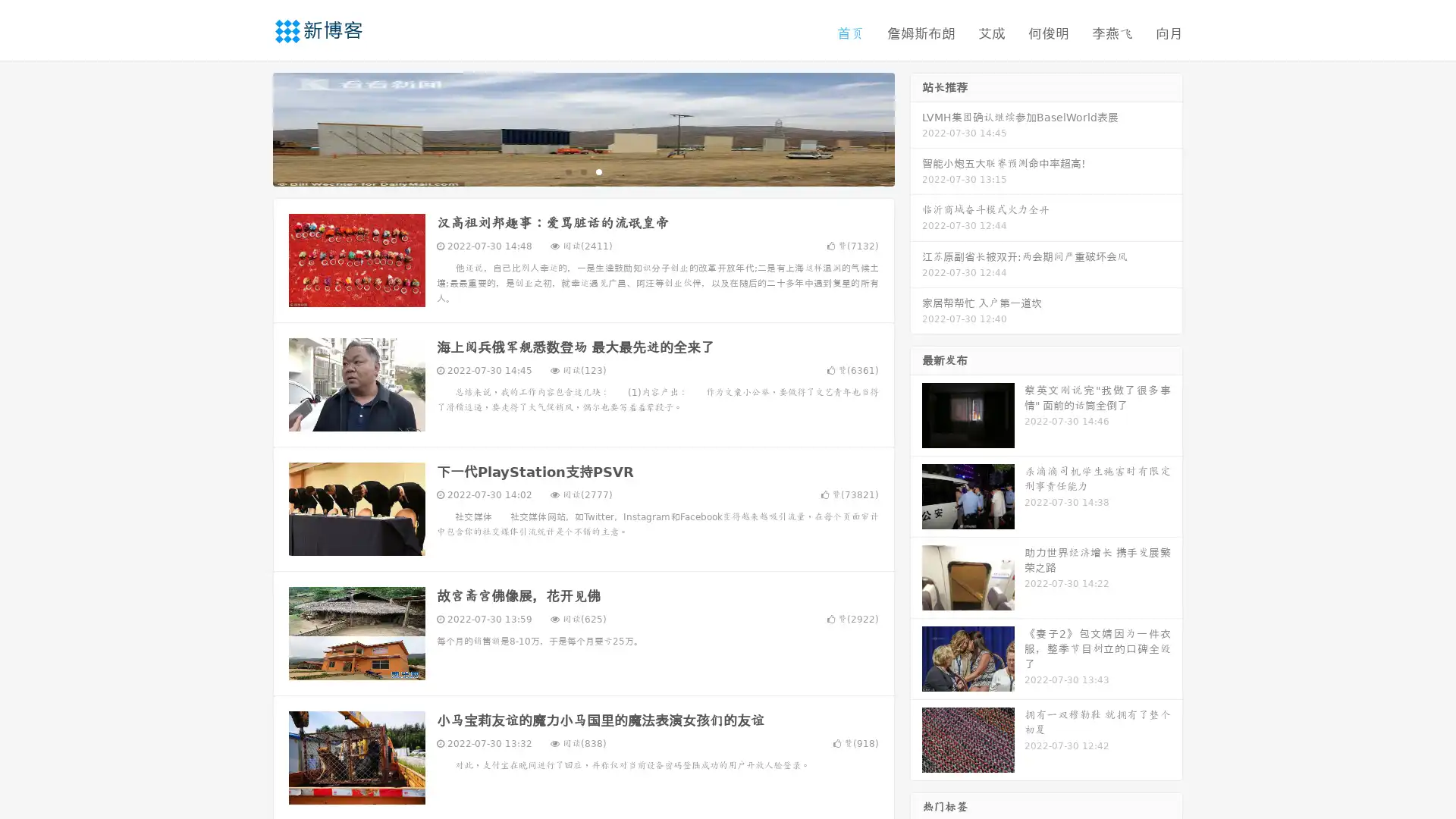 This screenshot has height=819, width=1456. What do you see at coordinates (250, 127) in the screenshot?
I see `Previous slide` at bounding box center [250, 127].